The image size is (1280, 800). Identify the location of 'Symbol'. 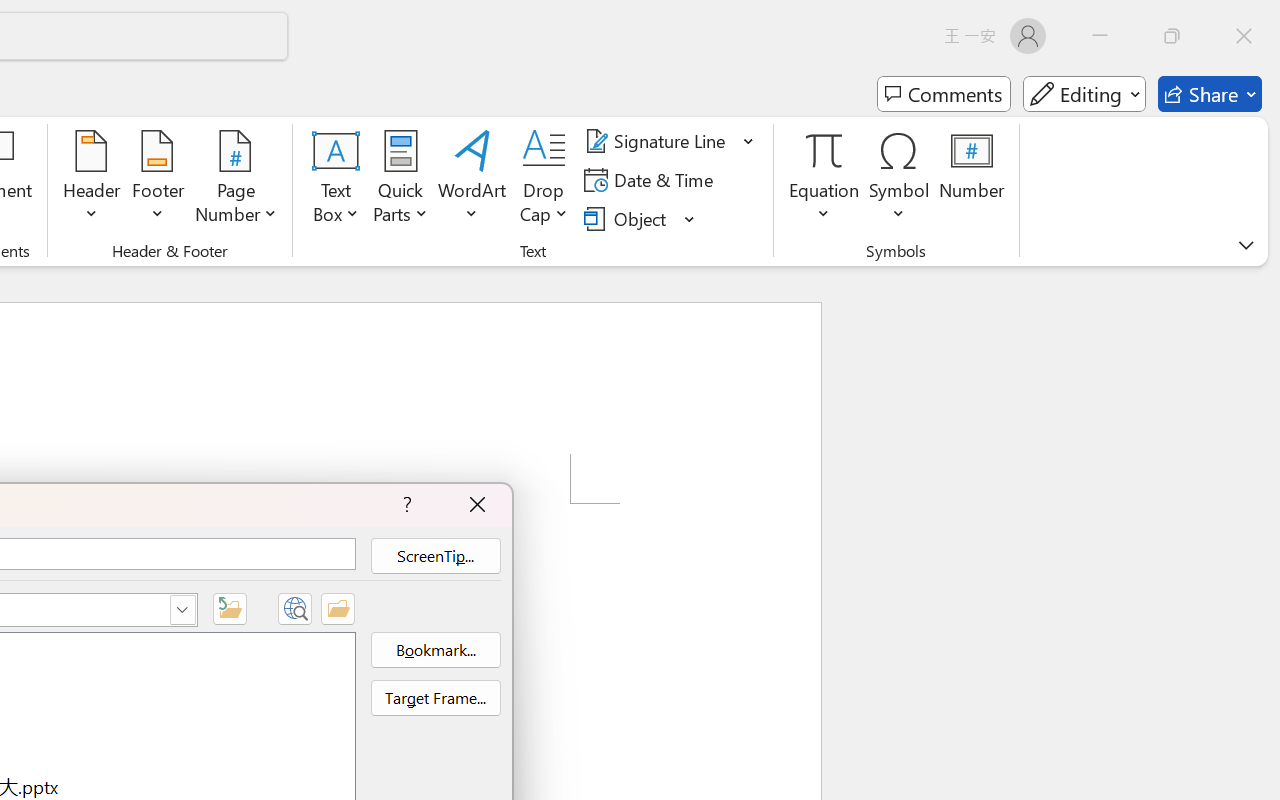
(898, 179).